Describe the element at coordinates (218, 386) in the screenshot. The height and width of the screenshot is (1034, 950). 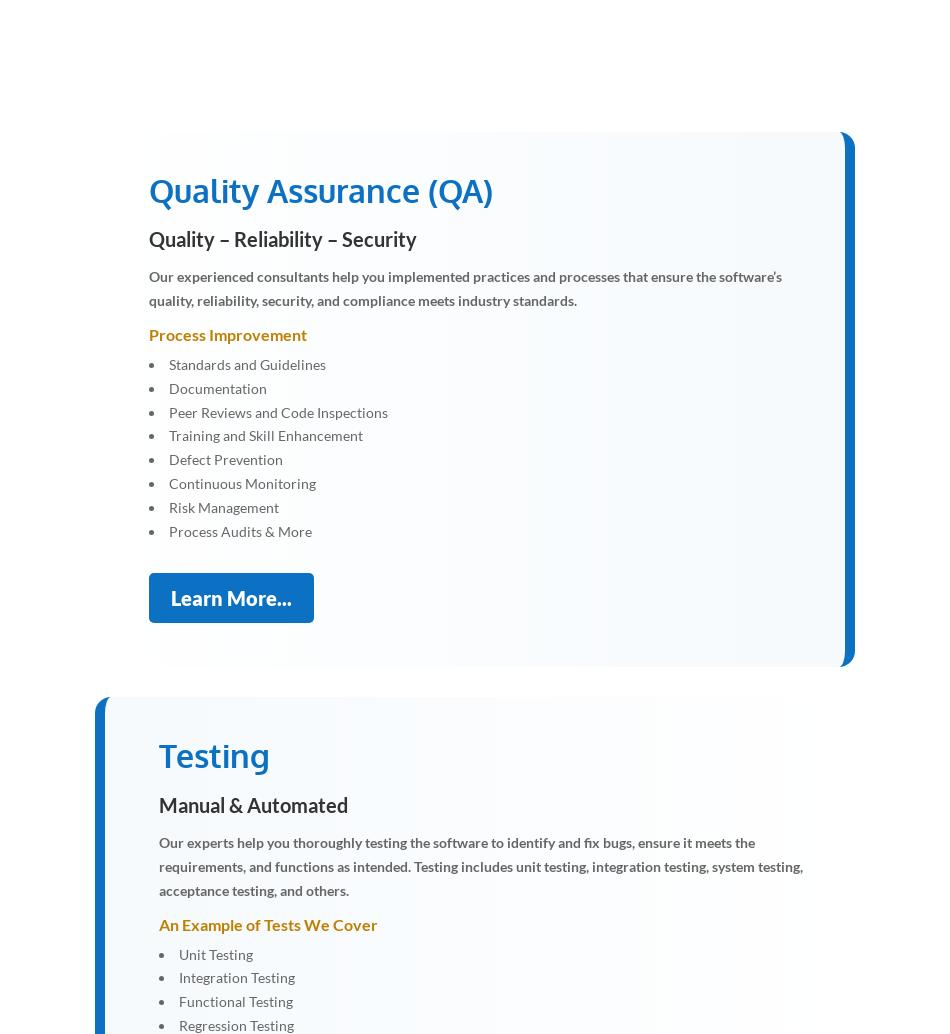
I see `'Documentation'` at that location.